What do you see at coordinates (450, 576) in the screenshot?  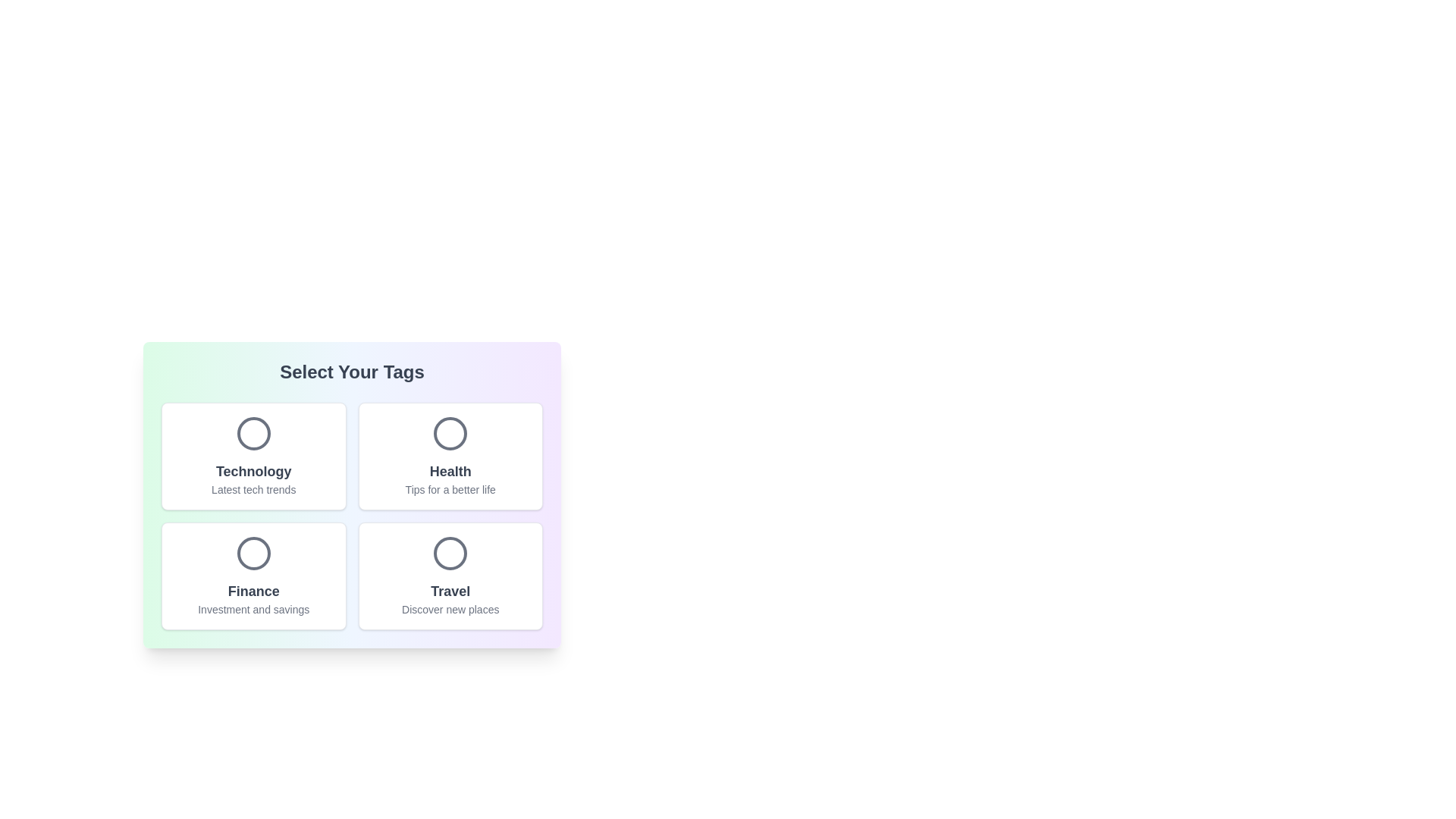 I see `the tag card labeled Travel to toggle its selection` at bounding box center [450, 576].